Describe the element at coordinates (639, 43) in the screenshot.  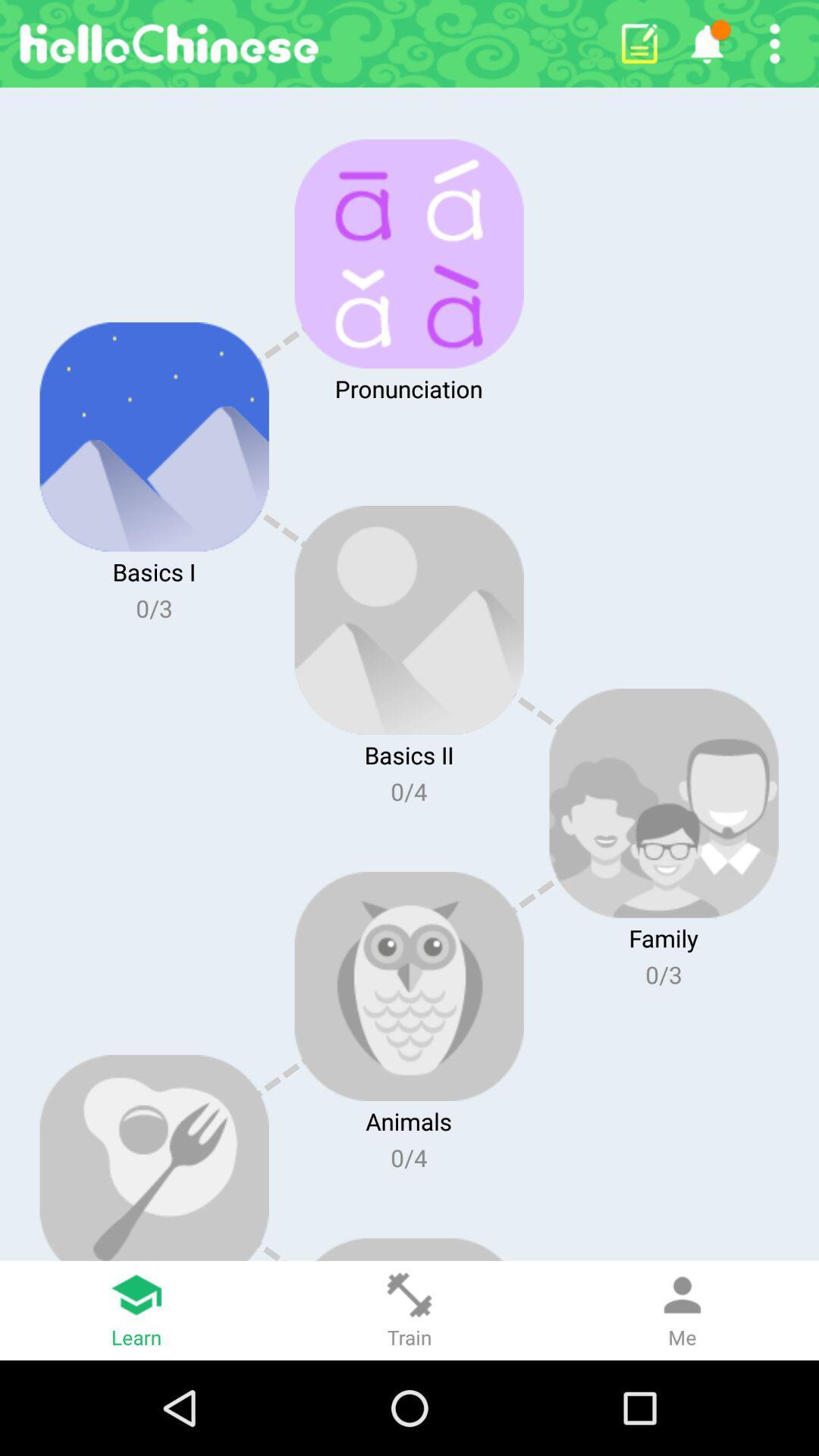
I see `open notepad` at that location.